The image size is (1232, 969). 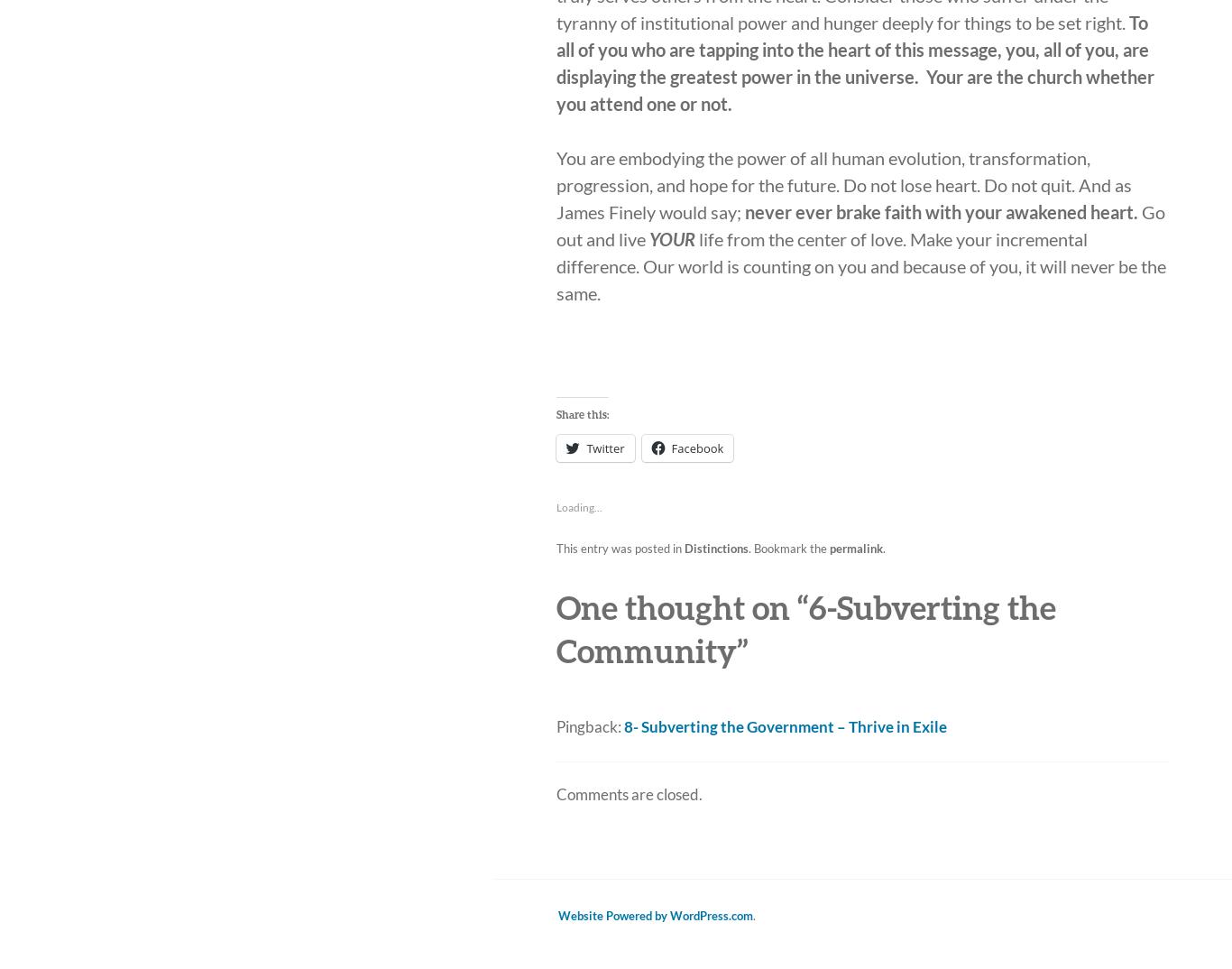 I want to click on 'permalink', so click(x=856, y=548).